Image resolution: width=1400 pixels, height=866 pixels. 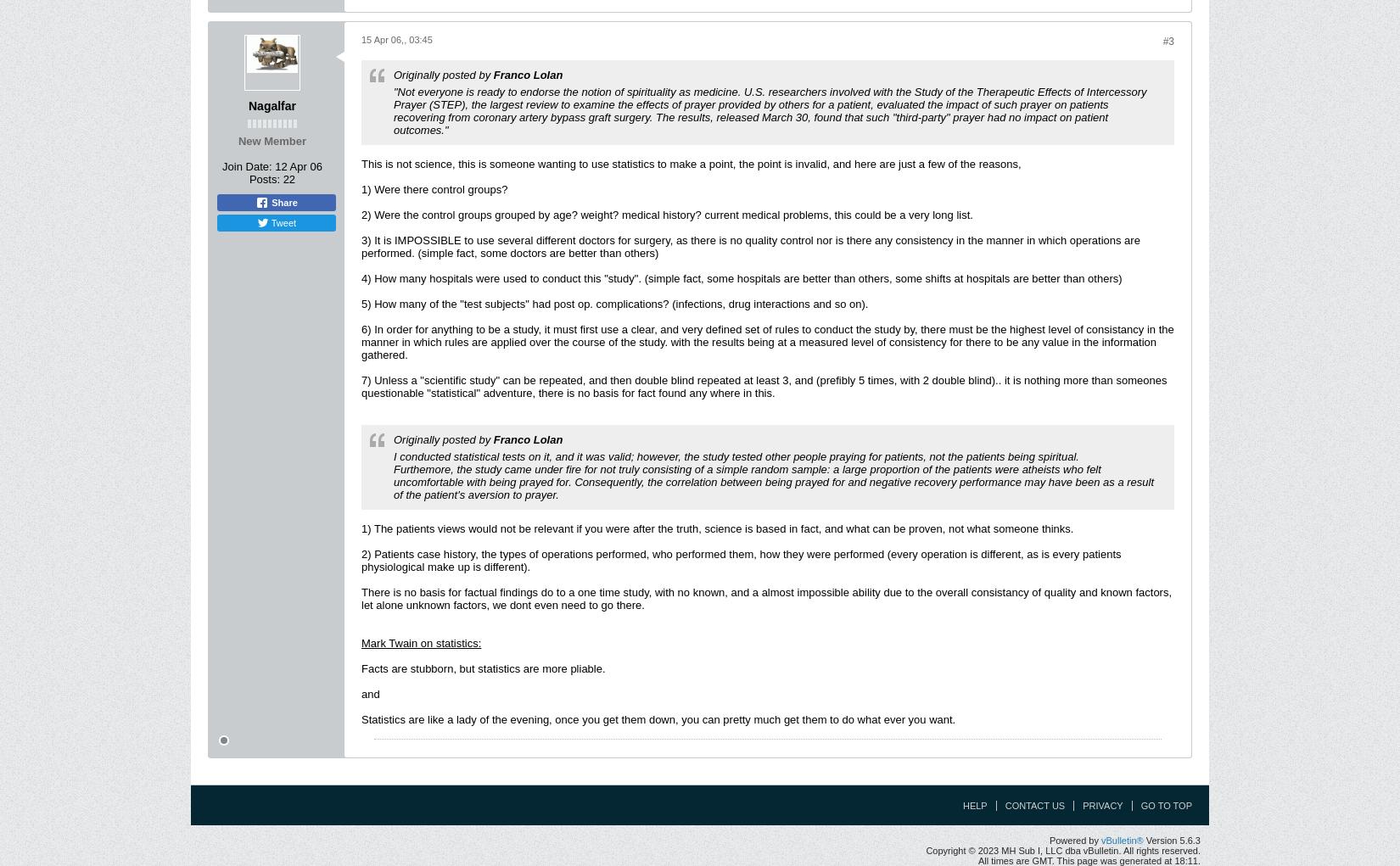 What do you see at coordinates (717, 528) in the screenshot?
I see `'1) The patients views would not be relevant if you were after the truth, science is based in fact, and what can be proven, not what someone thinks.'` at bounding box center [717, 528].